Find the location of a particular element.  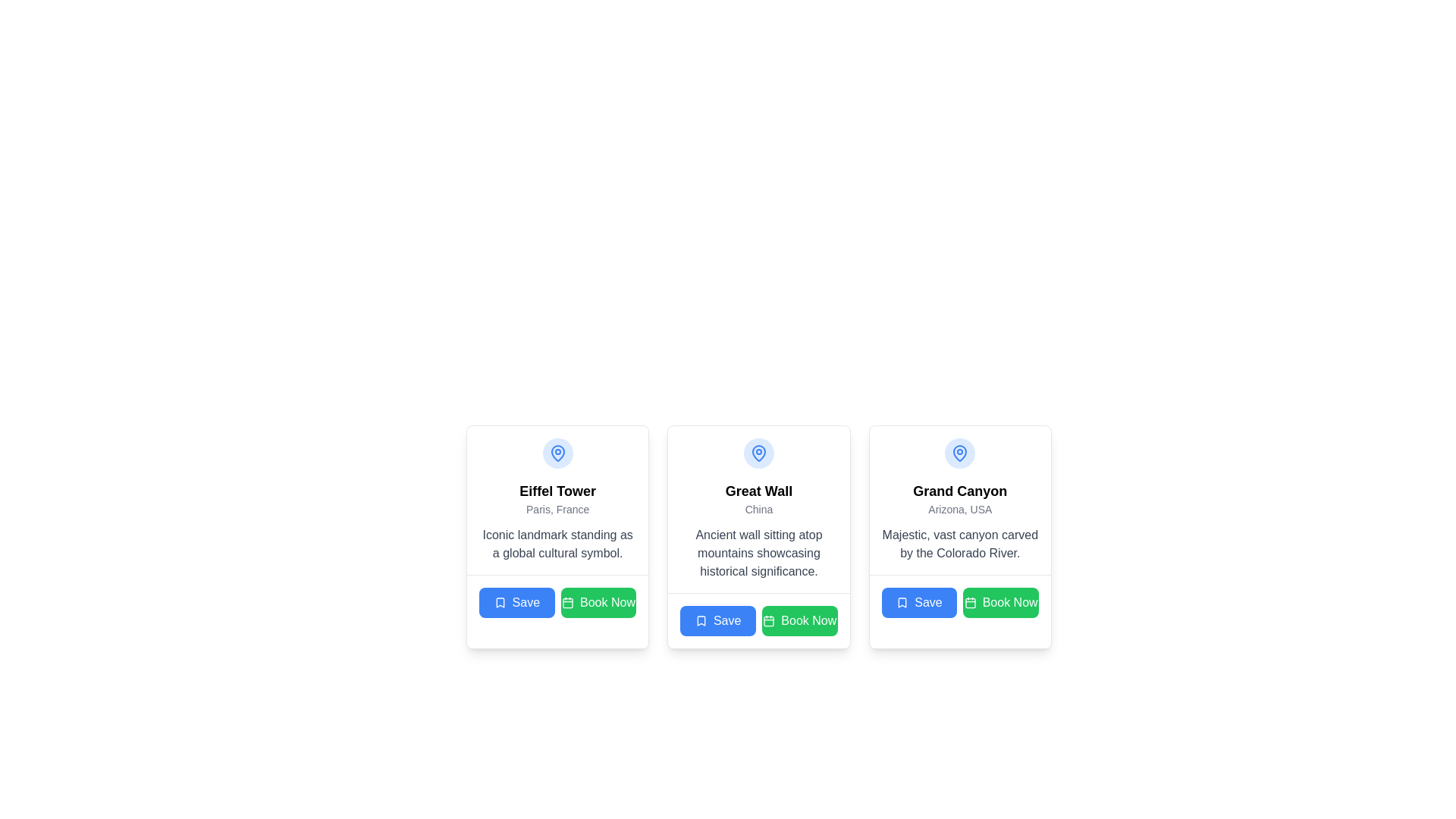

the 'Save' button in the Button Group located at the bottom of the 'Great Wall' card is located at coordinates (758, 620).